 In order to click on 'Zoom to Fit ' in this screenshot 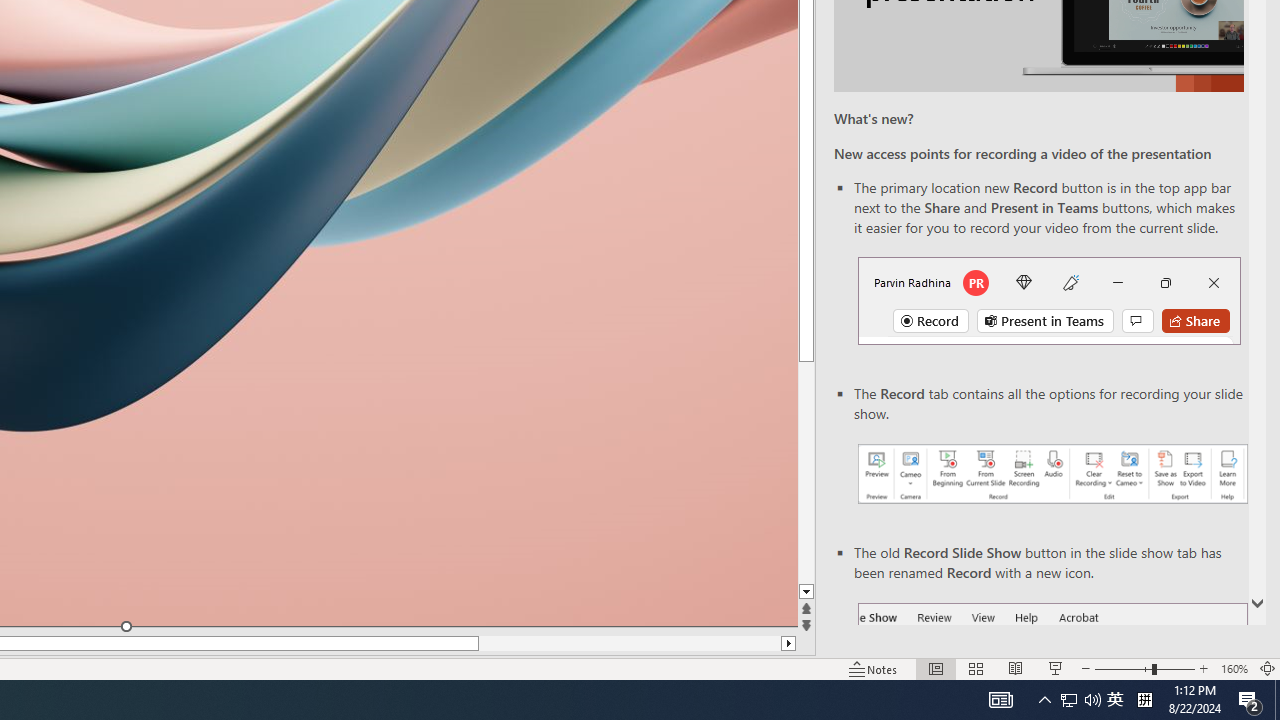, I will do `click(1266, 669)`.